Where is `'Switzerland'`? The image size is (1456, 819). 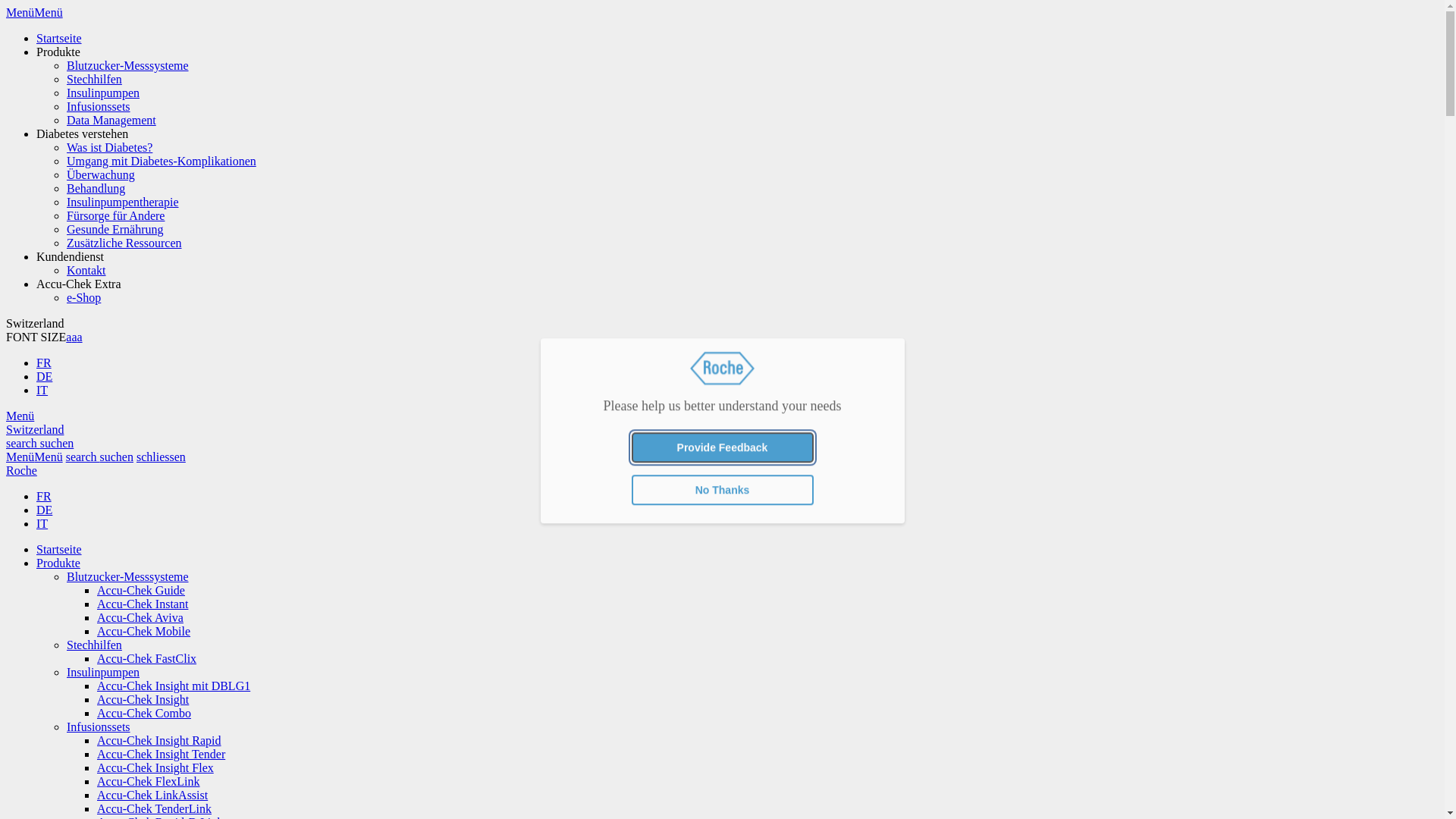
'Switzerland' is located at coordinates (35, 429).